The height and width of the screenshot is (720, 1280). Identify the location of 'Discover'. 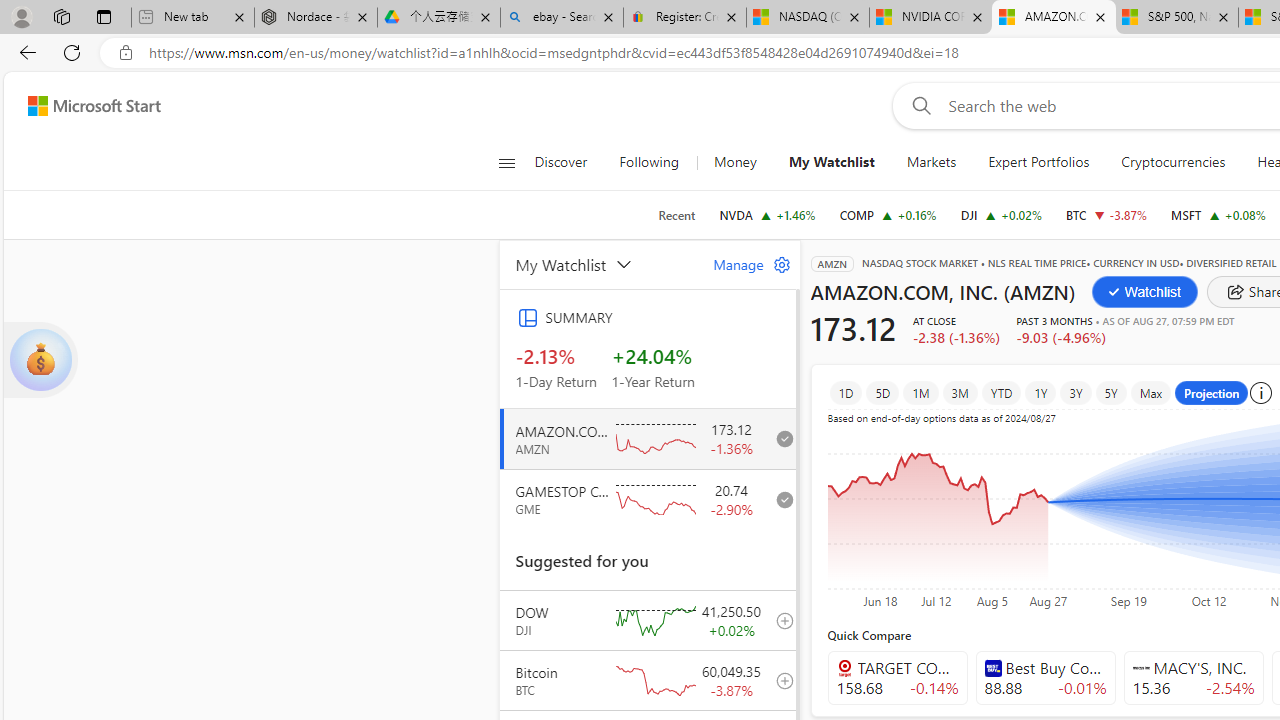
(567, 162).